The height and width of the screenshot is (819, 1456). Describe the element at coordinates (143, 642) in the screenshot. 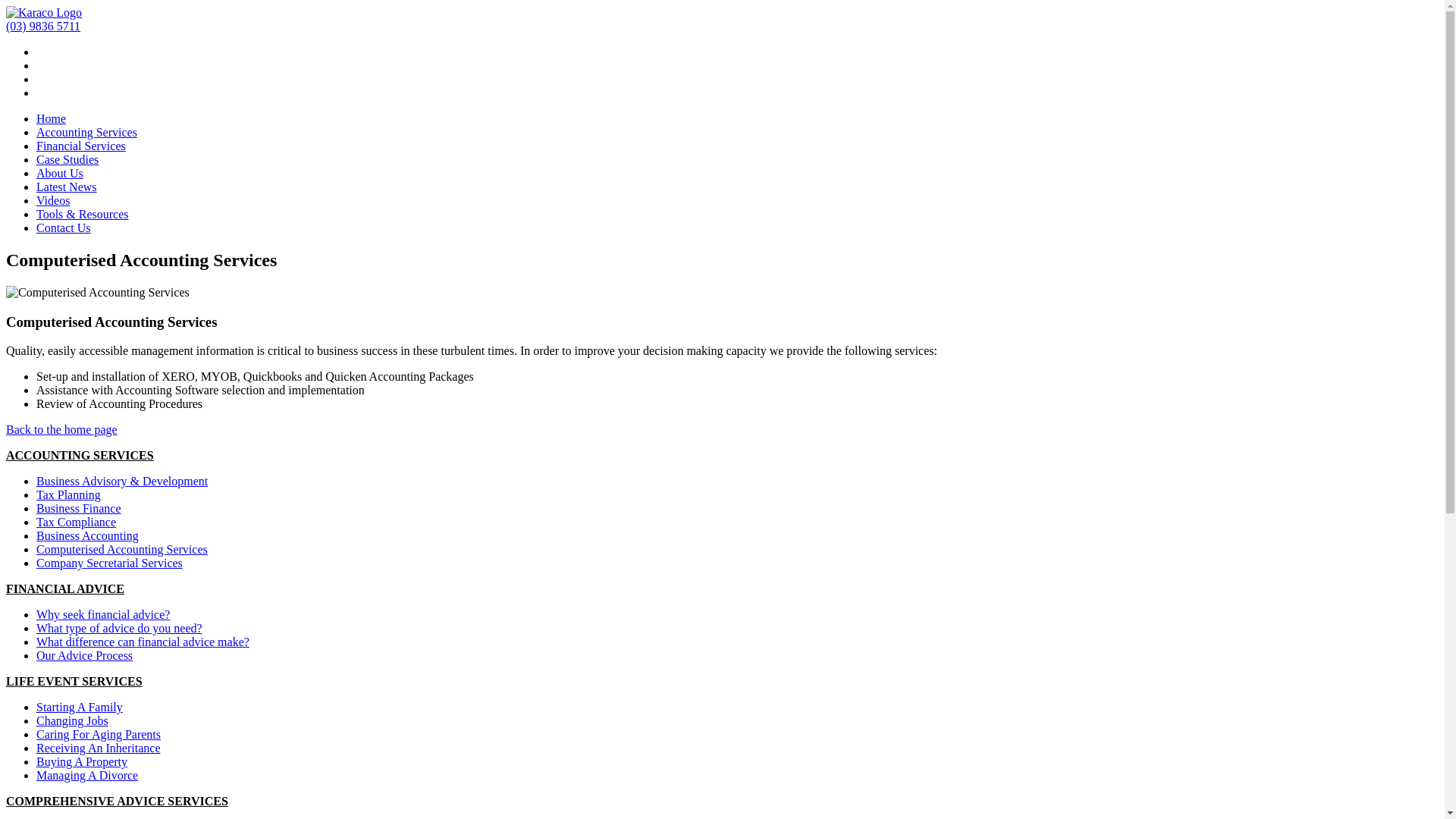

I see `'What difference can financial advice make?'` at that location.